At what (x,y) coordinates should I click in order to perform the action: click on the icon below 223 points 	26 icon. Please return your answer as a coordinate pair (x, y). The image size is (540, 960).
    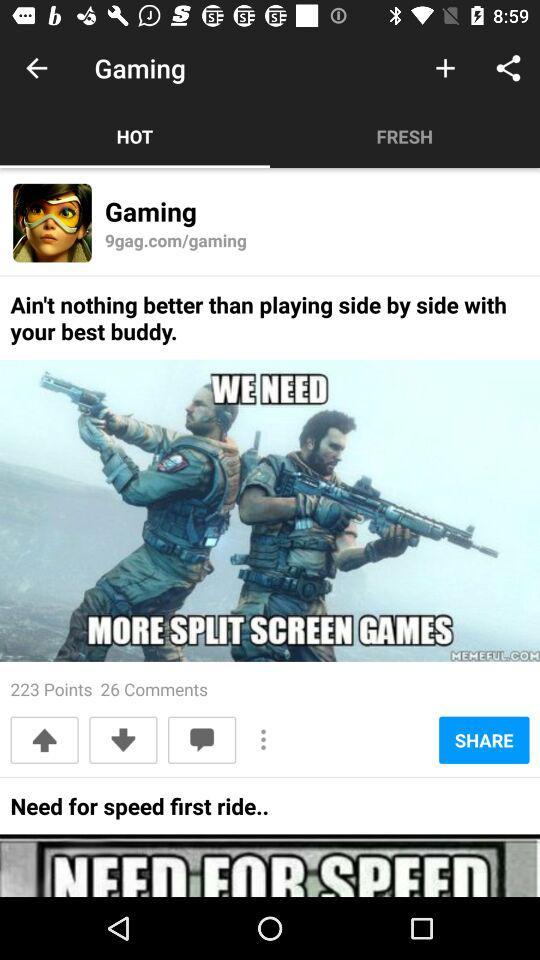
    Looking at the image, I should click on (123, 739).